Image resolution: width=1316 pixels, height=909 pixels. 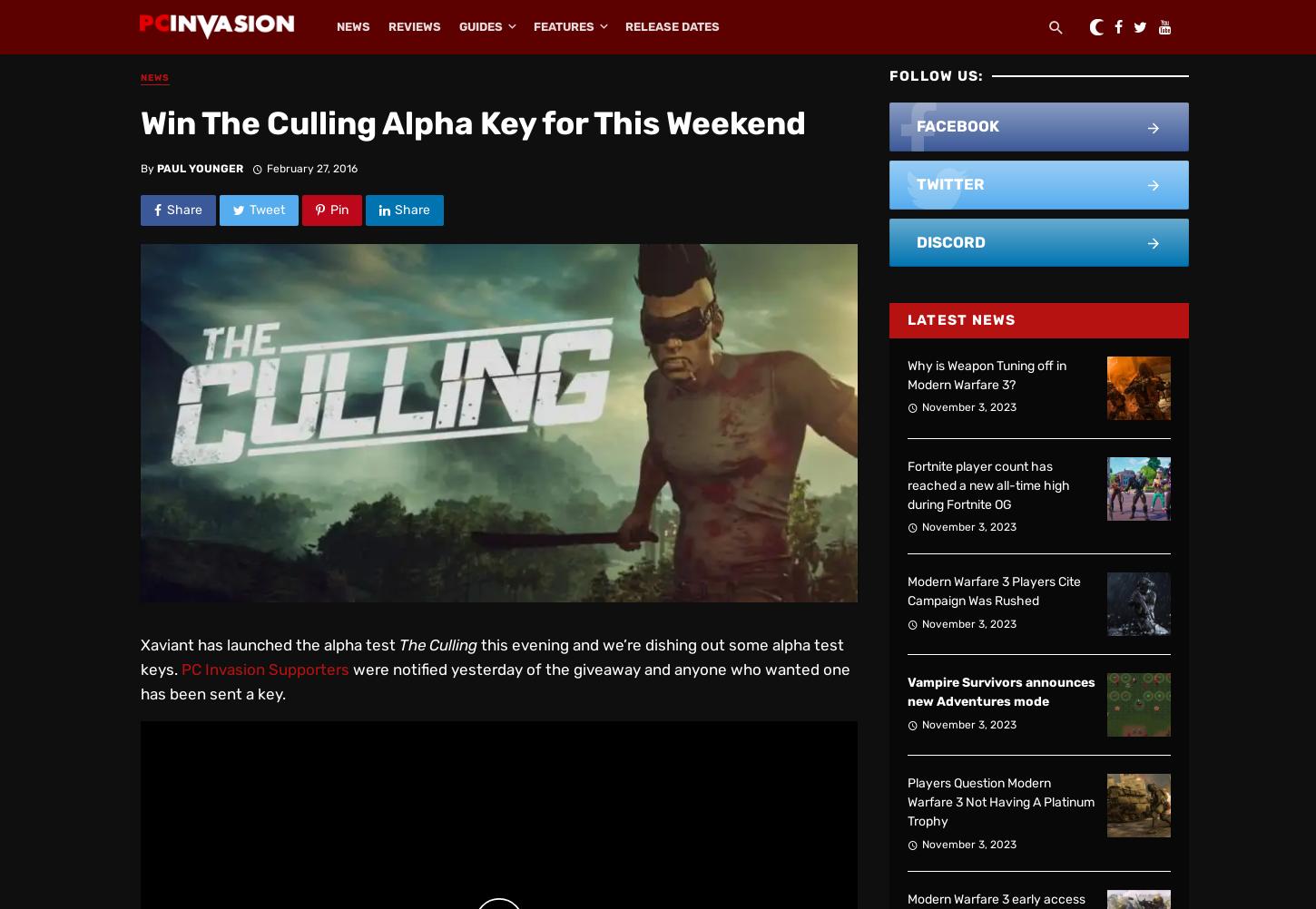 What do you see at coordinates (187, 775) in the screenshot?
I see `'1.6M'` at bounding box center [187, 775].